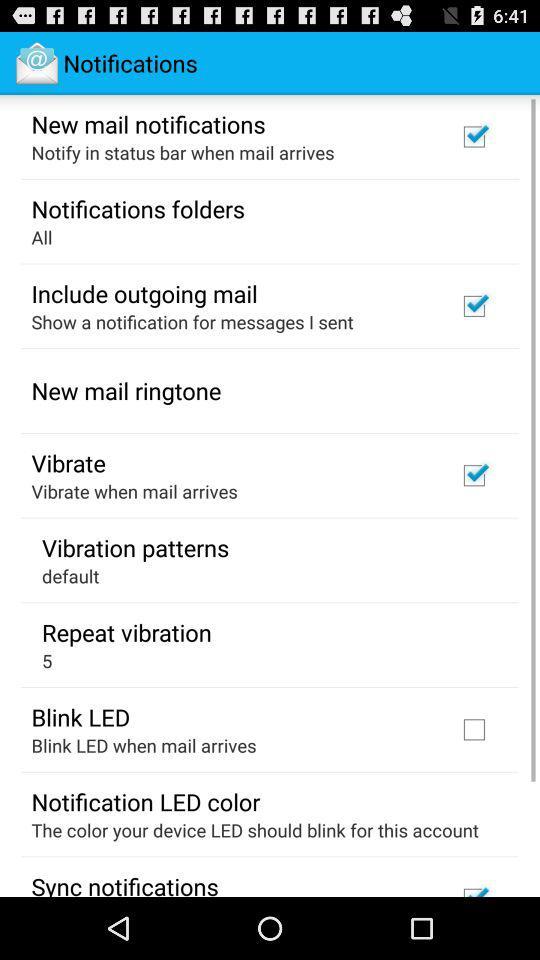 This screenshot has height=960, width=540. Describe the element at coordinates (192, 321) in the screenshot. I see `show a notification icon` at that location.